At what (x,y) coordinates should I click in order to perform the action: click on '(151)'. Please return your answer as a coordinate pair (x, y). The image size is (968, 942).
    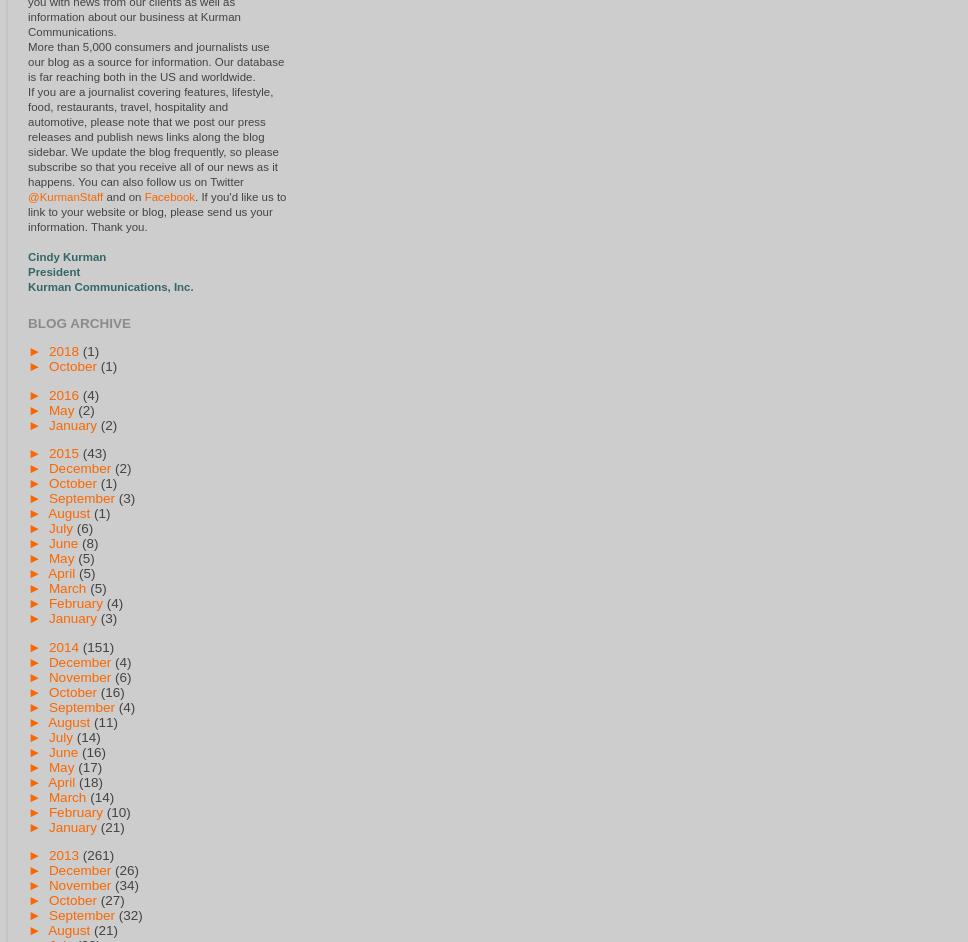
    Looking at the image, I should click on (97, 645).